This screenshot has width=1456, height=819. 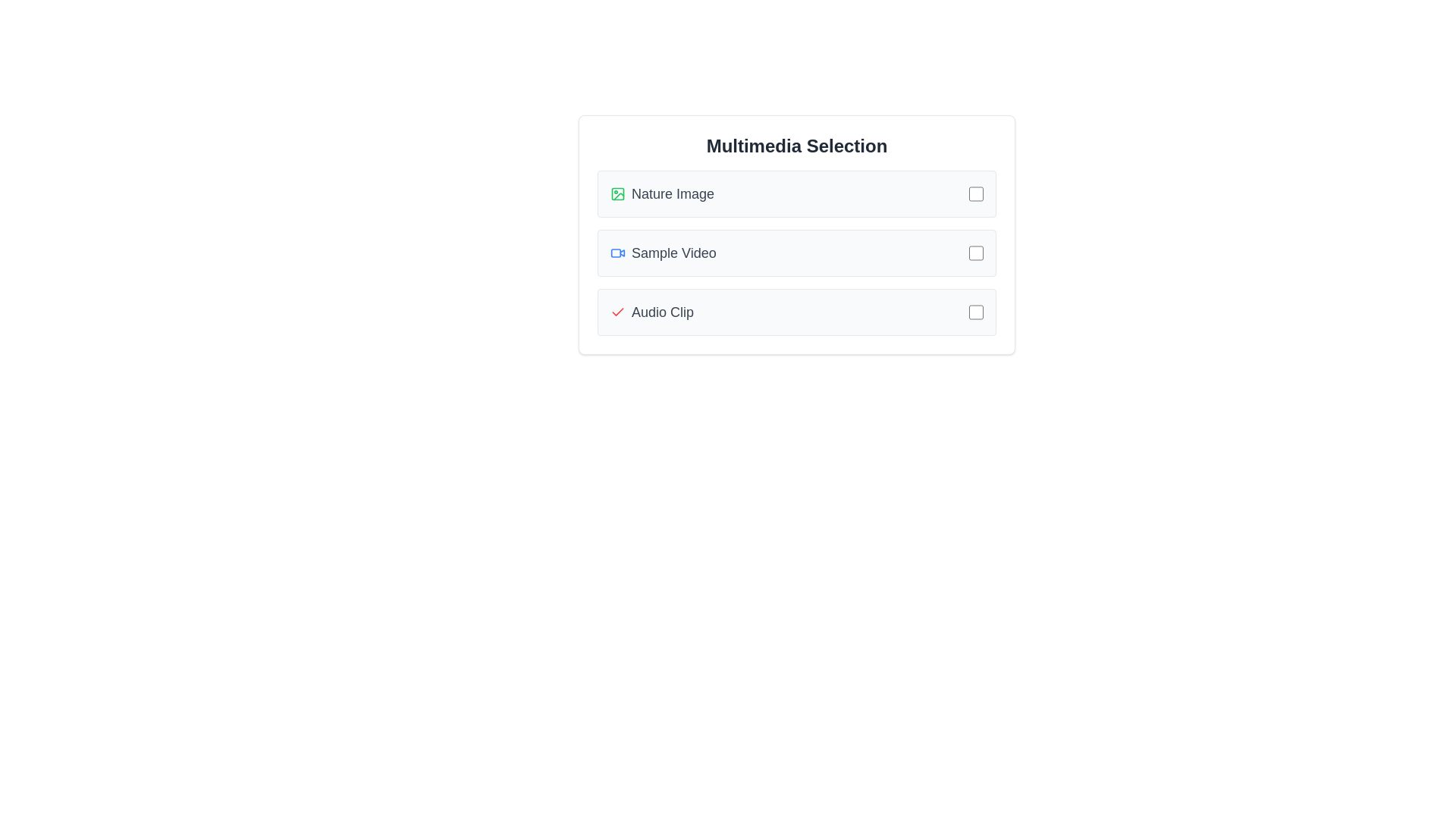 What do you see at coordinates (796, 253) in the screenshot?
I see `the second list item representing the 'Sample Video' option` at bounding box center [796, 253].